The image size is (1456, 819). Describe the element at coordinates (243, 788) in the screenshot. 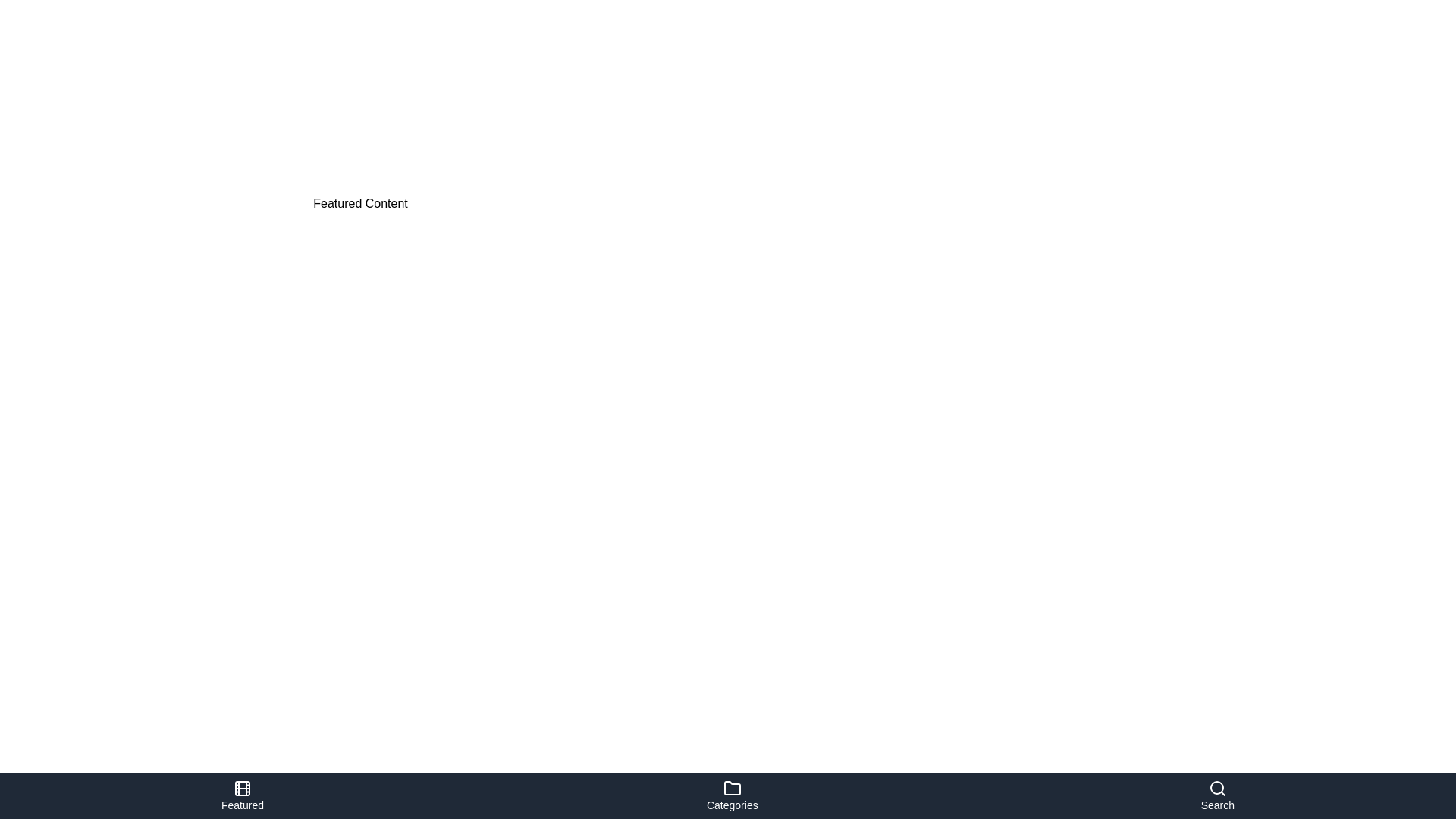

I see `the film reel icon located in the center of the dark bottom navigation bar` at that location.